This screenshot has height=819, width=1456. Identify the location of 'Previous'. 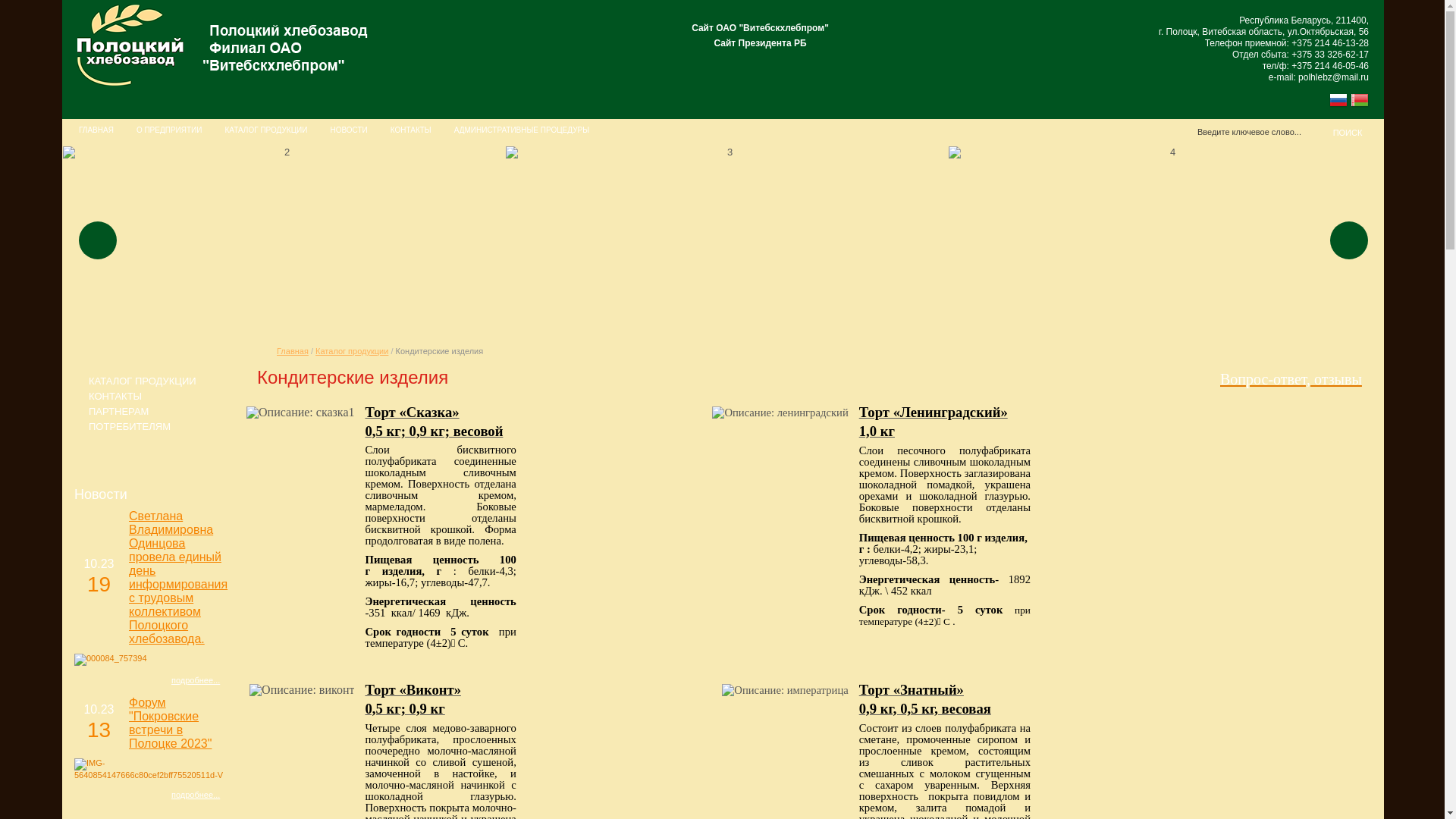
(97, 239).